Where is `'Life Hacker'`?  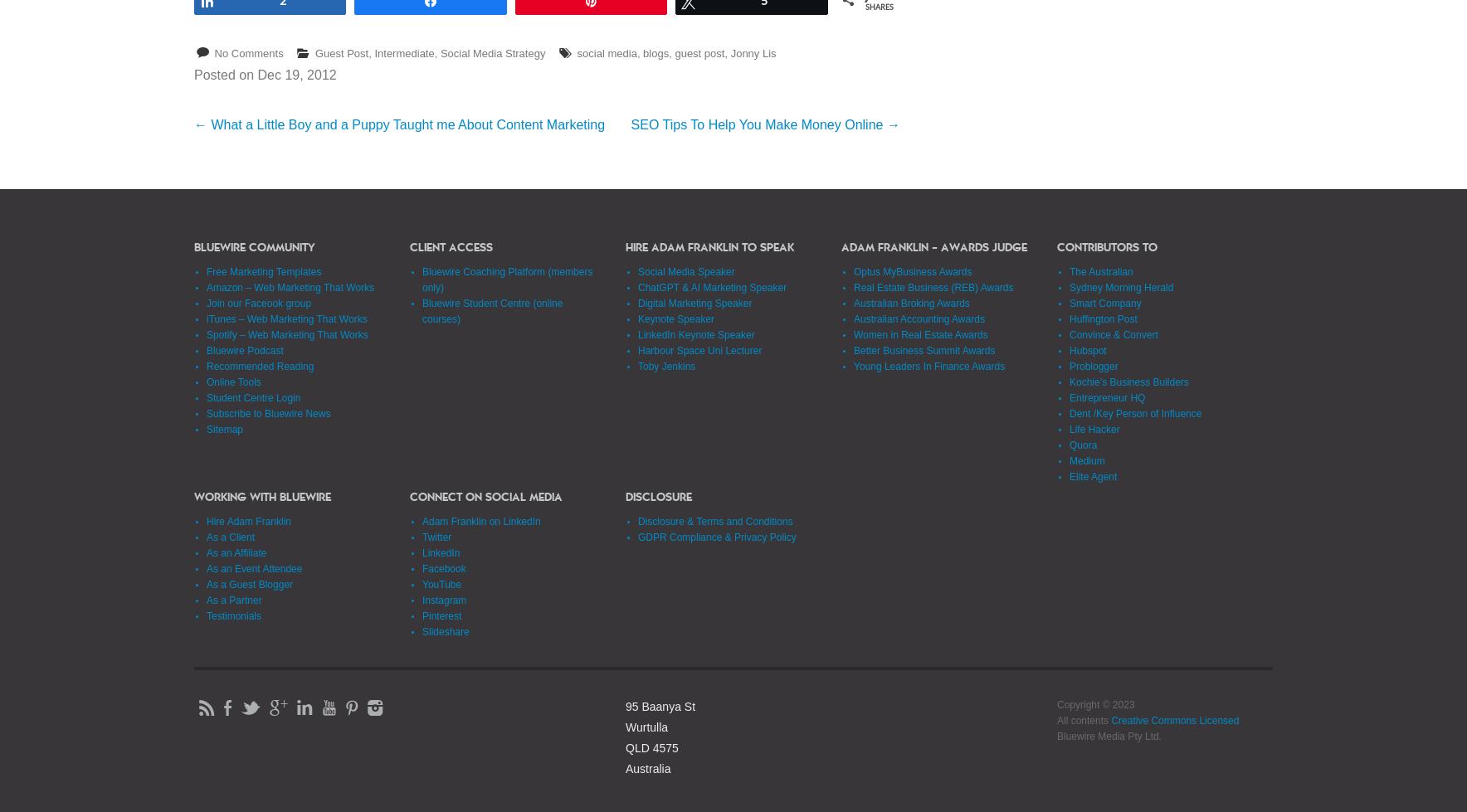
'Life Hacker' is located at coordinates (1094, 428).